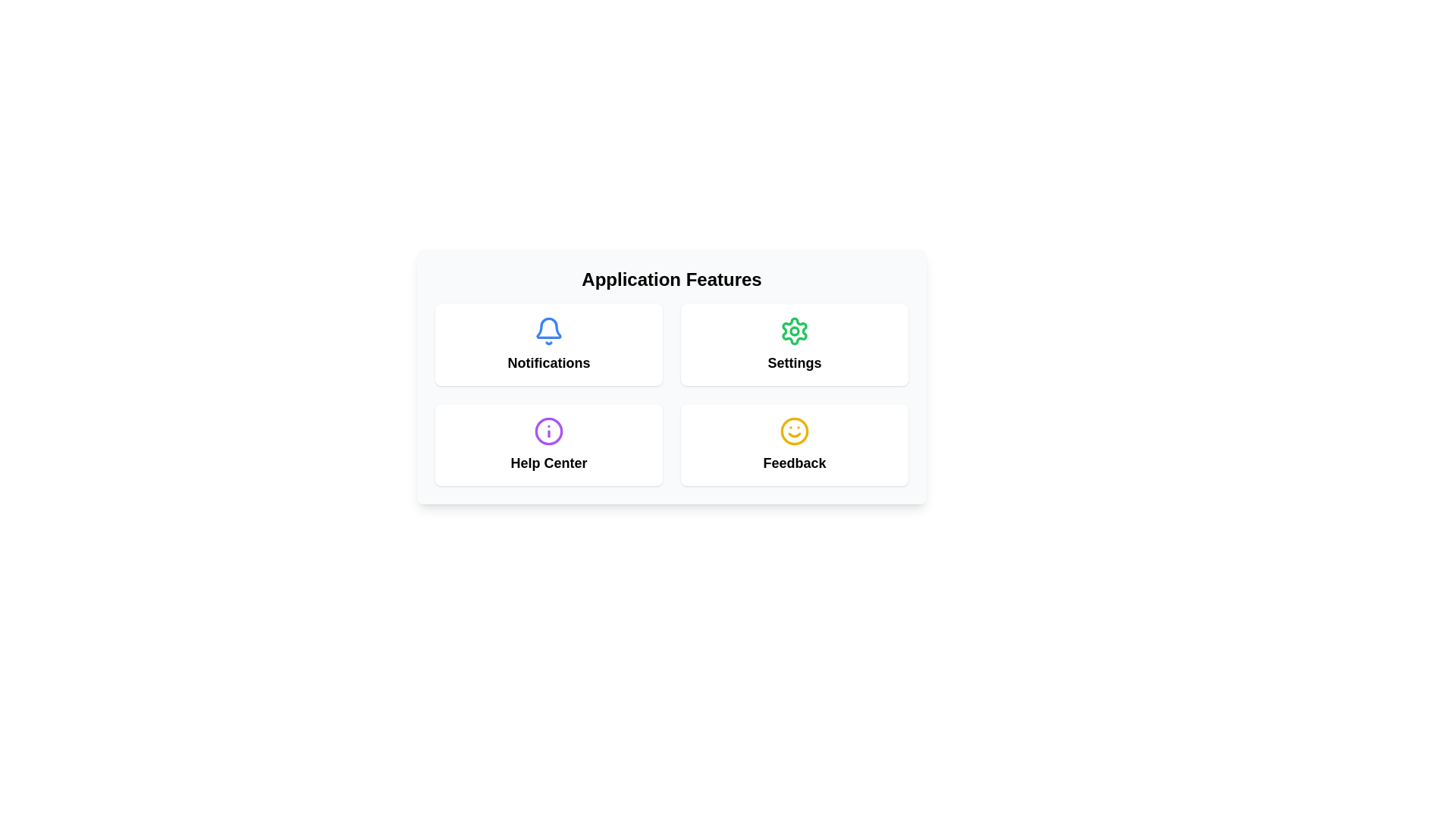 This screenshot has width=1456, height=819. Describe the element at coordinates (793, 431) in the screenshot. I see `the smiley face icon in the Feedback section, located in the bottom-right quadrant of the grid layout` at that location.